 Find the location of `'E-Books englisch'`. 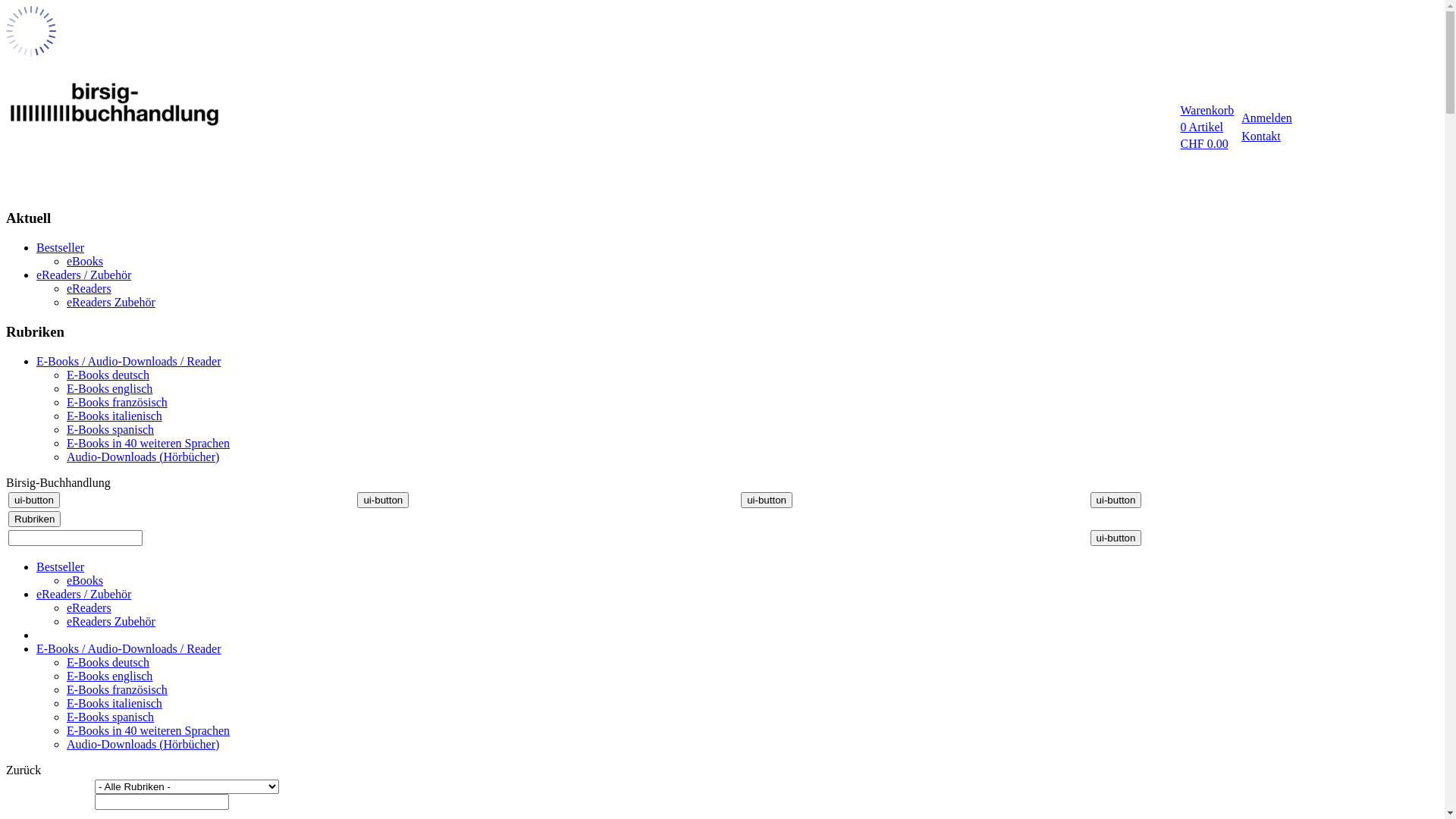

'E-Books englisch' is located at coordinates (108, 388).